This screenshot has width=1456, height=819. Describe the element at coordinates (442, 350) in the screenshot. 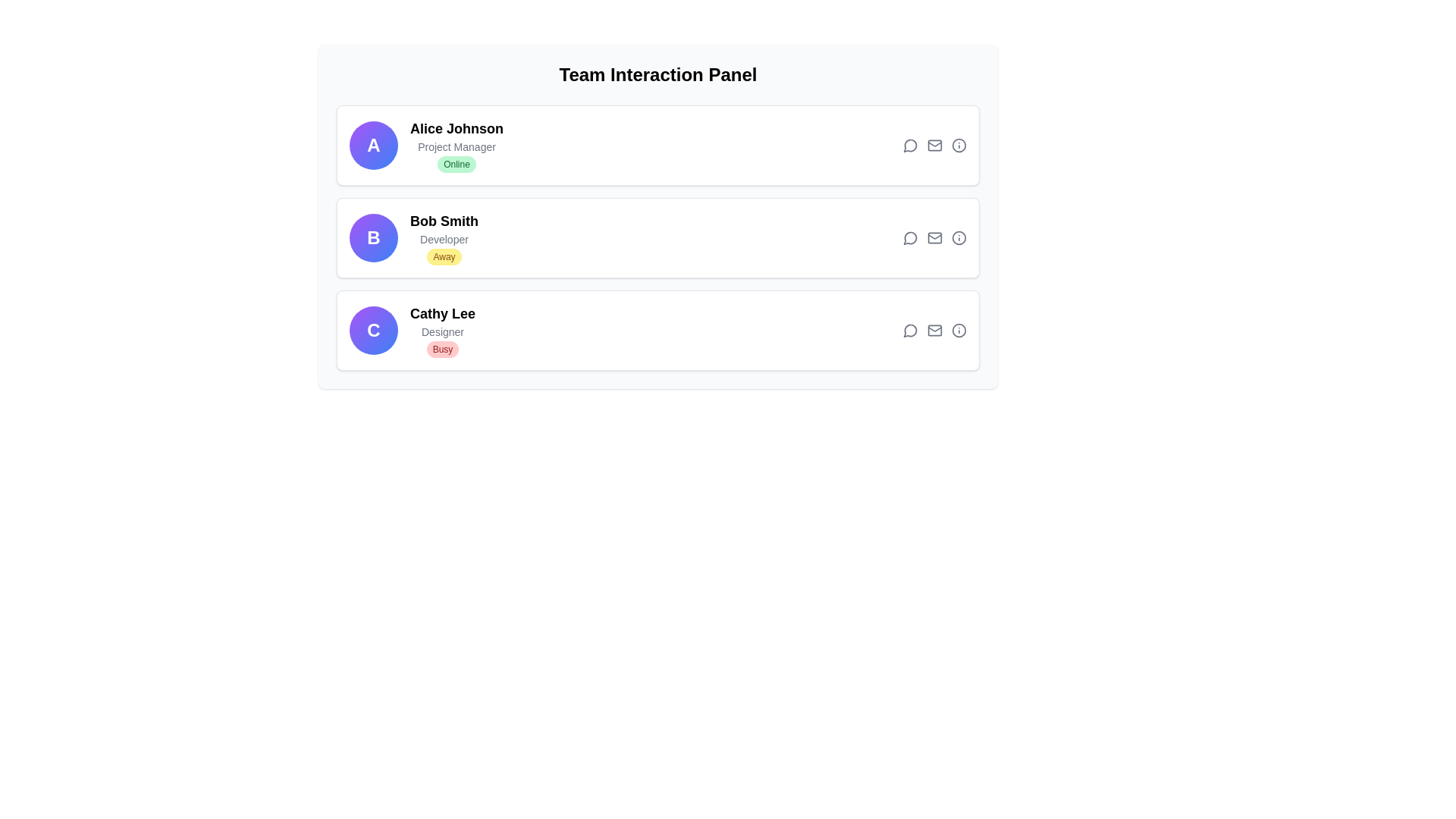

I see `the Status badge indicating that 'Cathy Lee' is busy, located in the bottom row of the user list below the 'Designer' label` at that location.